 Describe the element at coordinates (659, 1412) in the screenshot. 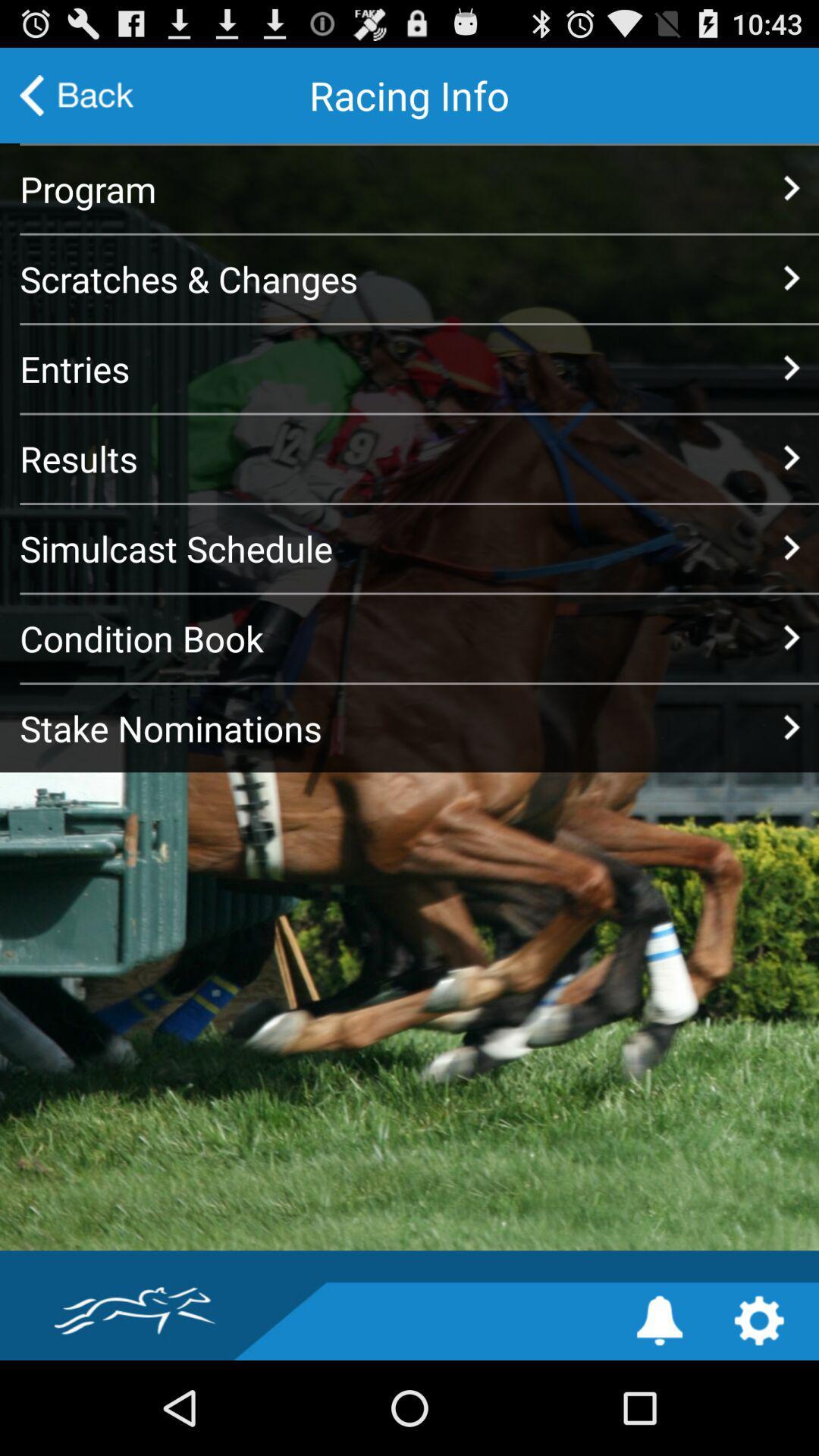

I see `the notifications icon` at that location.